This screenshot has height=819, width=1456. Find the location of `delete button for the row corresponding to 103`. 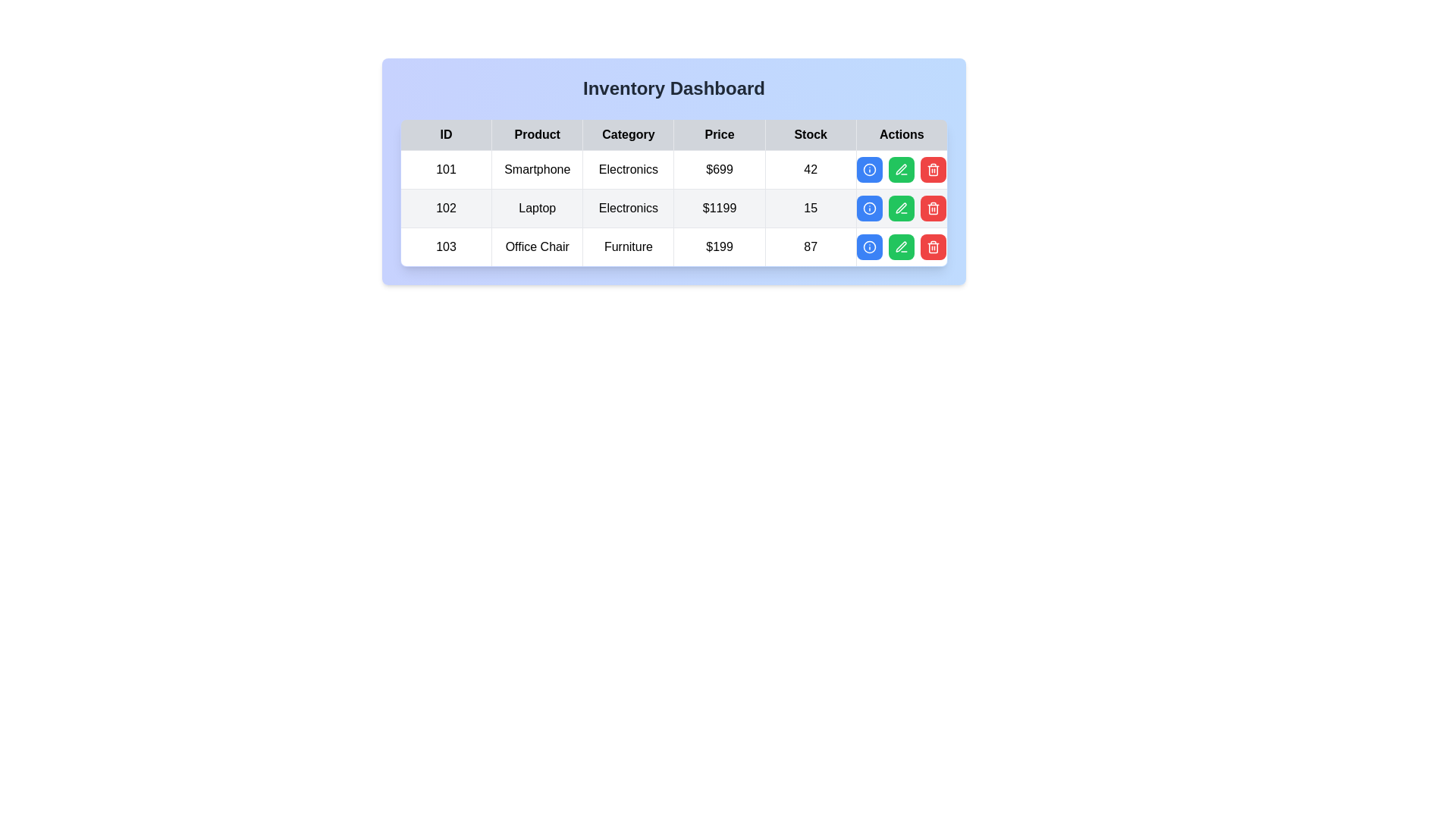

delete button for the row corresponding to 103 is located at coordinates (933, 246).